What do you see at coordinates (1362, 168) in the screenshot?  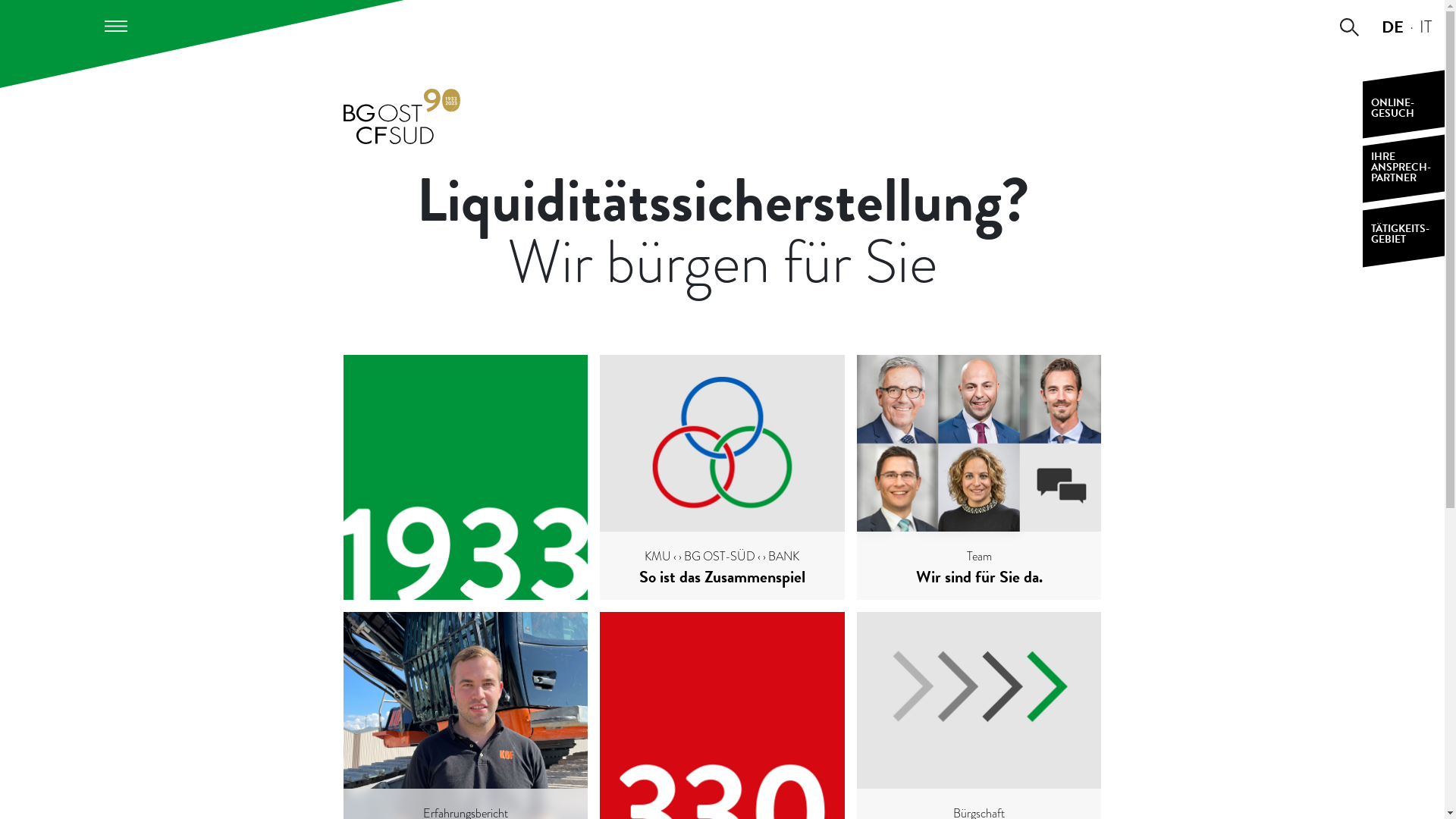 I see `'IHRE ANSPRECH-` at bounding box center [1362, 168].